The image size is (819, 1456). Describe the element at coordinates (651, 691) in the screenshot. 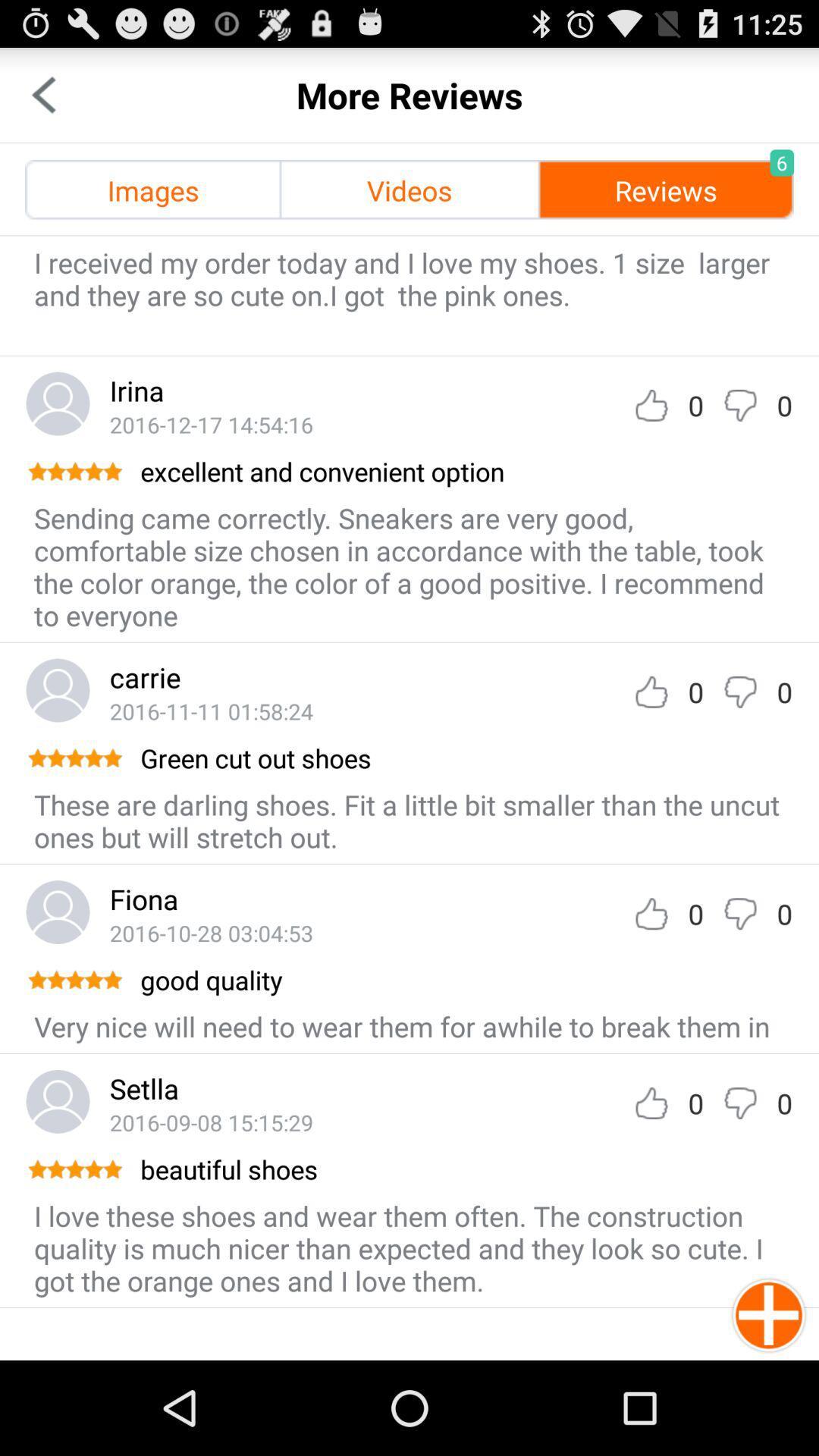

I see `like` at that location.